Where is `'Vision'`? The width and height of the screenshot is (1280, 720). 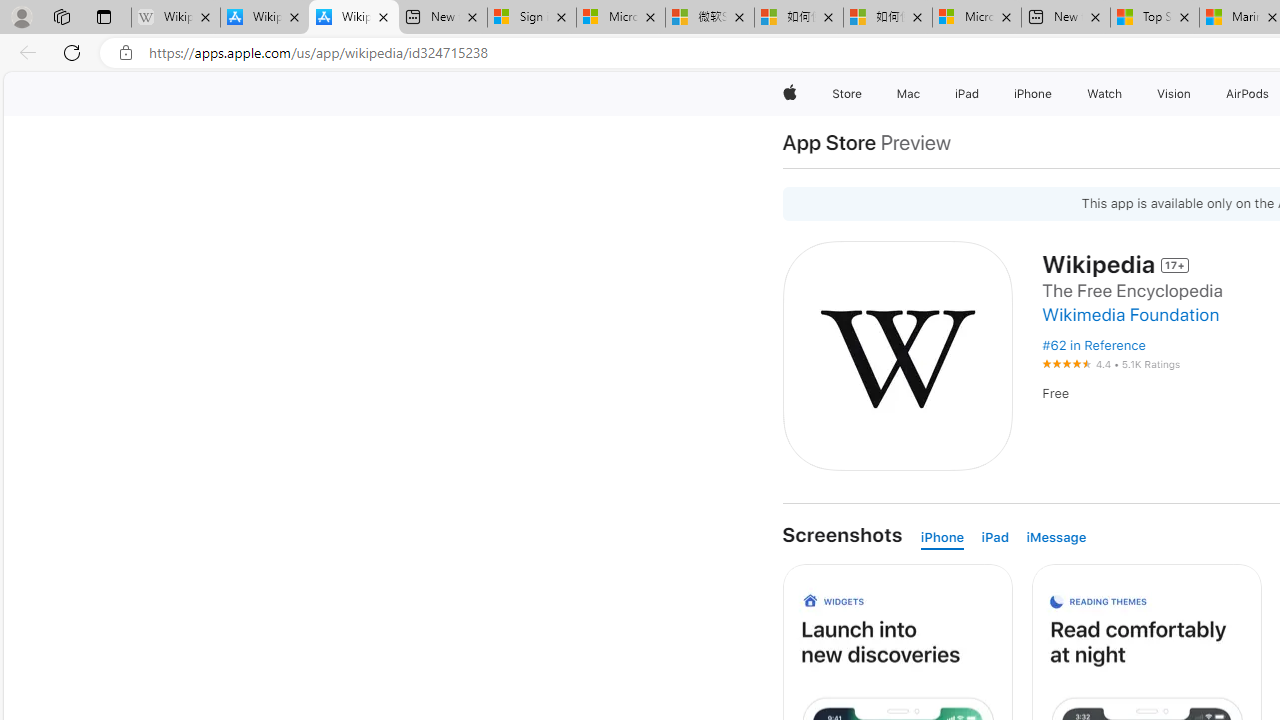
'Vision' is located at coordinates (1175, 93).